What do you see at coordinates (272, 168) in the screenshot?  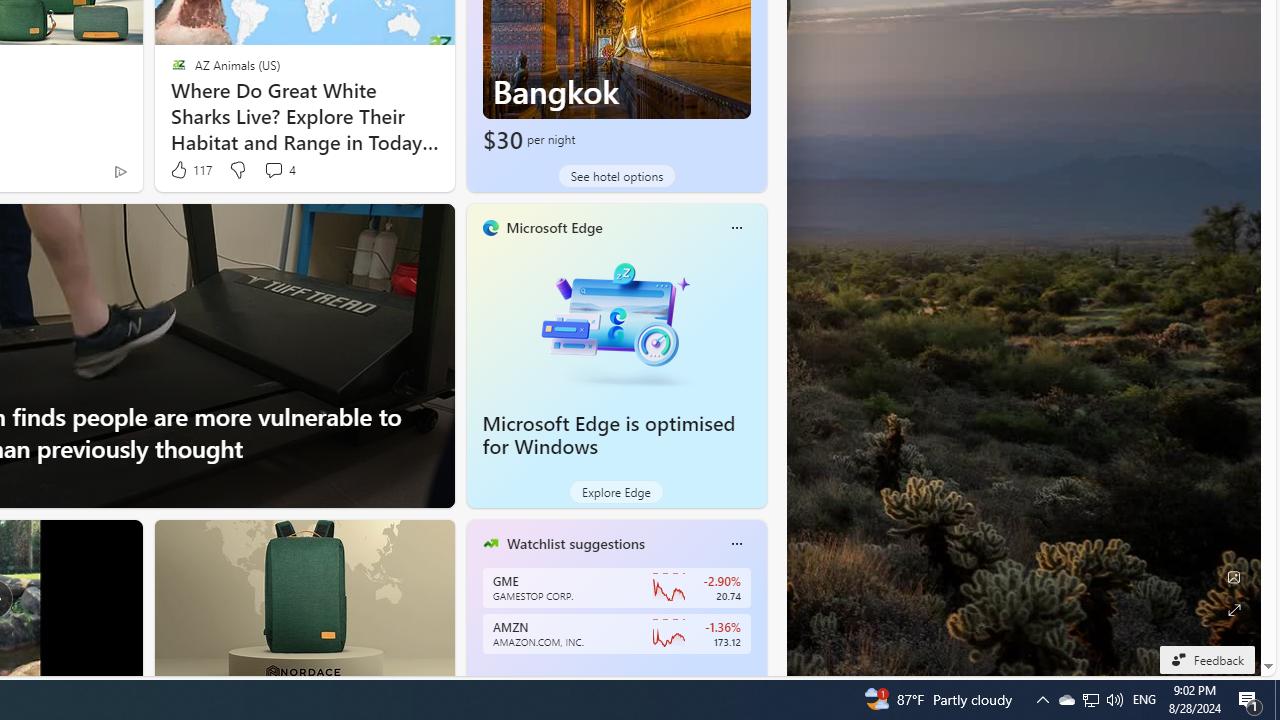 I see `'View comments 4 Comment'` at bounding box center [272, 168].